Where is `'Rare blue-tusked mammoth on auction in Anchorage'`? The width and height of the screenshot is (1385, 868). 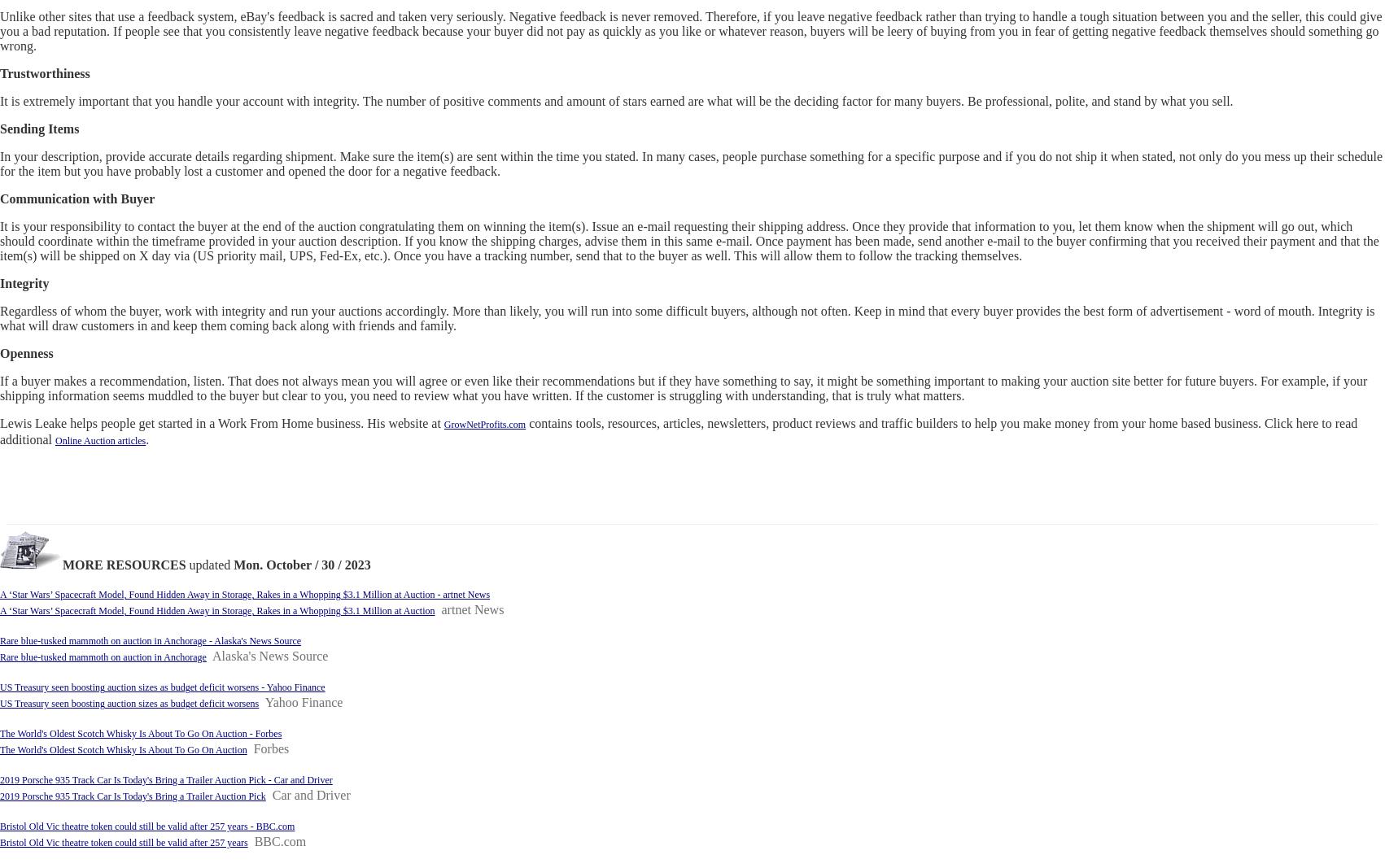 'Rare blue-tusked mammoth on auction in Anchorage' is located at coordinates (103, 656).